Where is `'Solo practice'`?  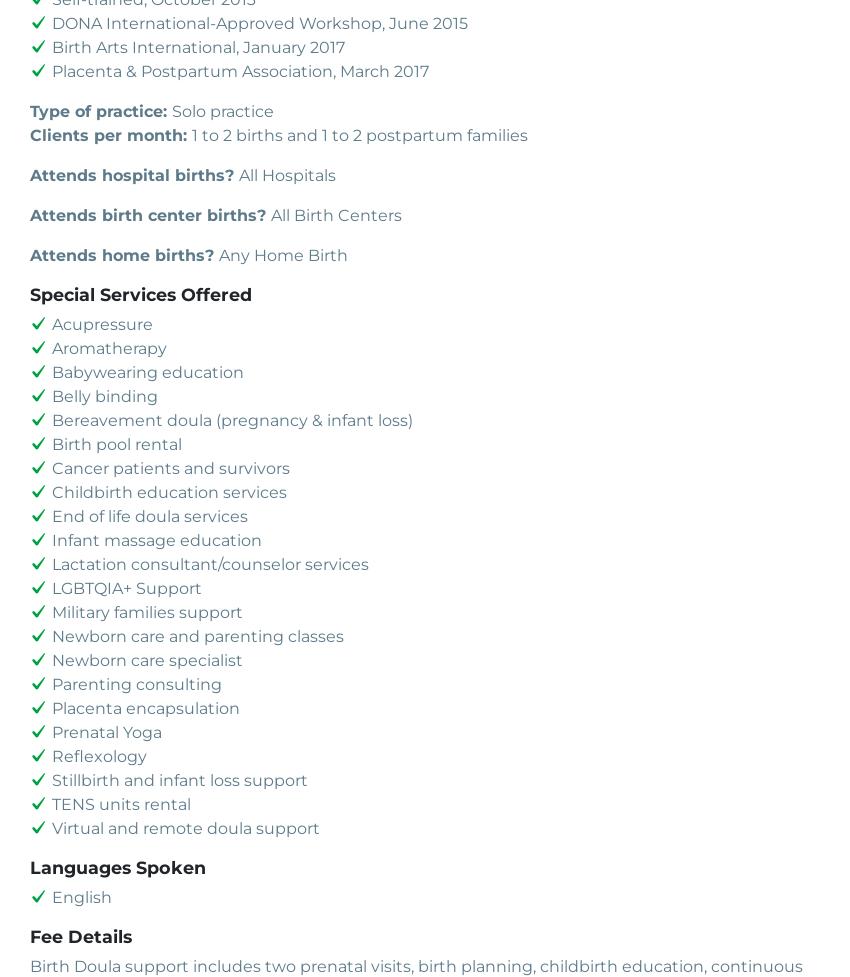
'Solo practice' is located at coordinates (223, 110).